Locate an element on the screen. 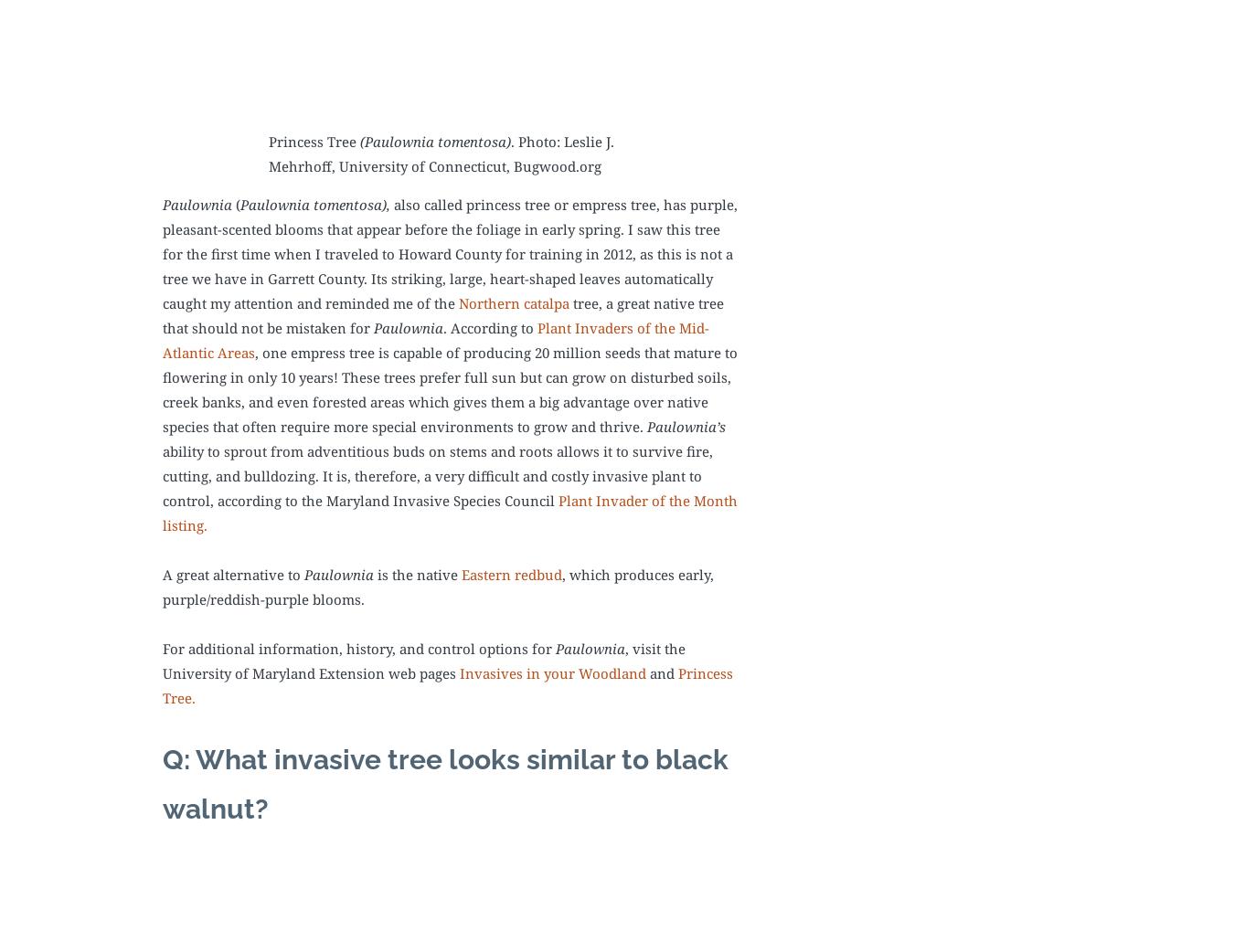 This screenshot has width=1234, height=952. 'For additional information, history, and control options for' is located at coordinates (163, 648).